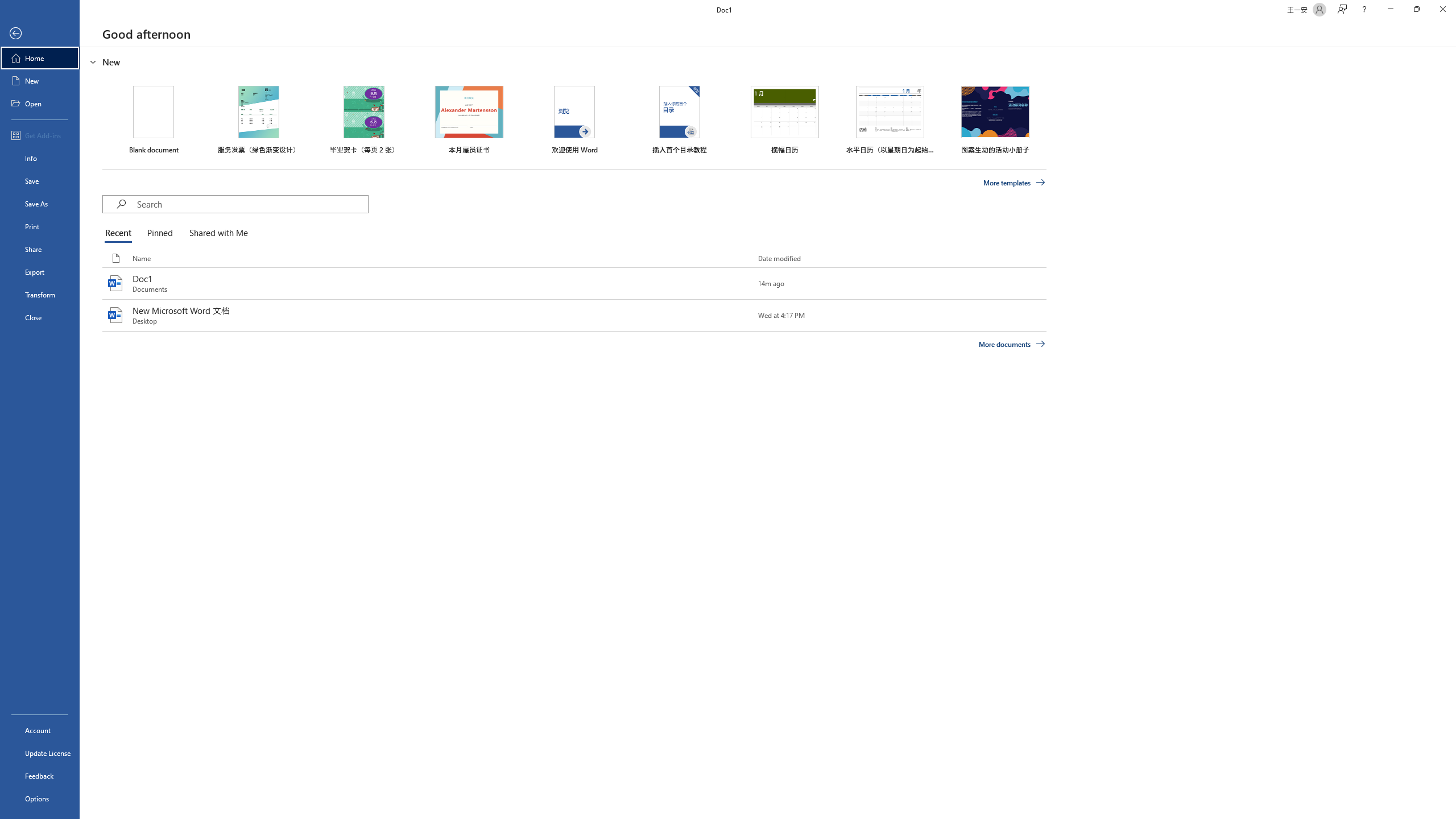 The height and width of the screenshot is (819, 1456). Describe the element at coordinates (39, 33) in the screenshot. I see `'Back'` at that location.